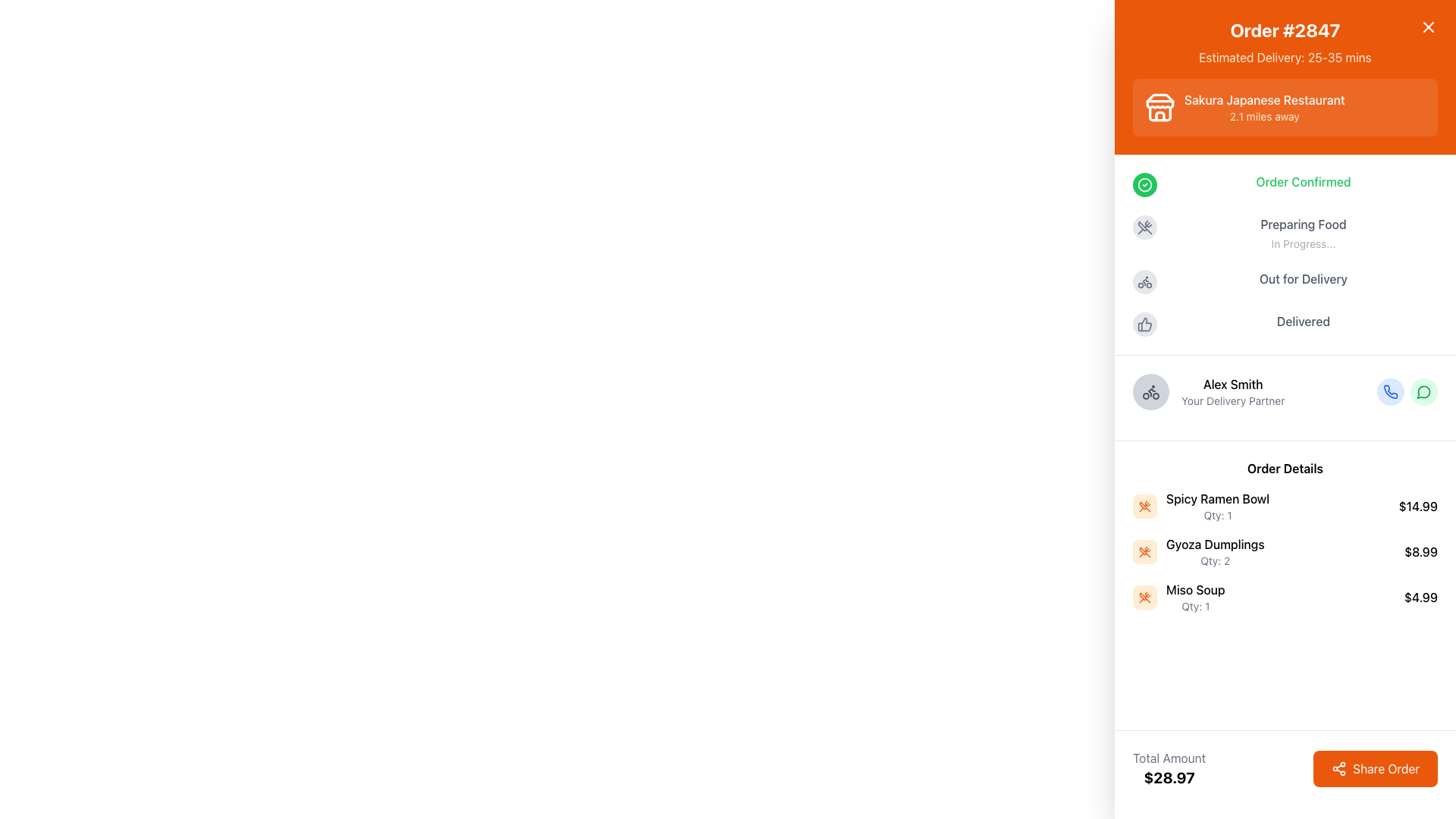 The height and width of the screenshot is (819, 1456). What do you see at coordinates (1284, 253) in the screenshot?
I see `the Status tracker list located in the right sidebar near the center vertically to interpret the order progress` at bounding box center [1284, 253].